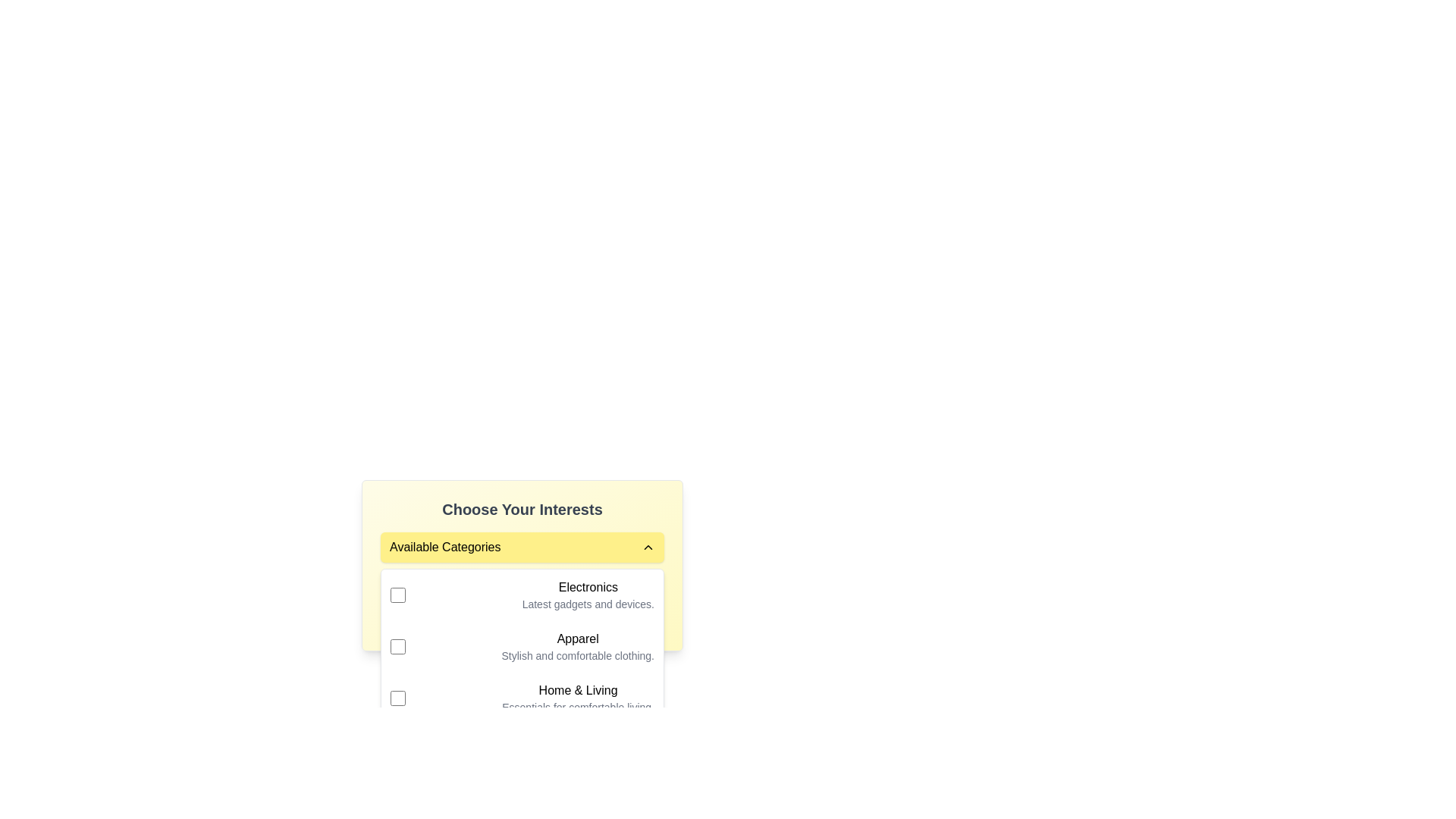  I want to click on the 'Apparel' category text label located in the 'Choose Your Interests' section, which is the second item in the list, so click(577, 646).